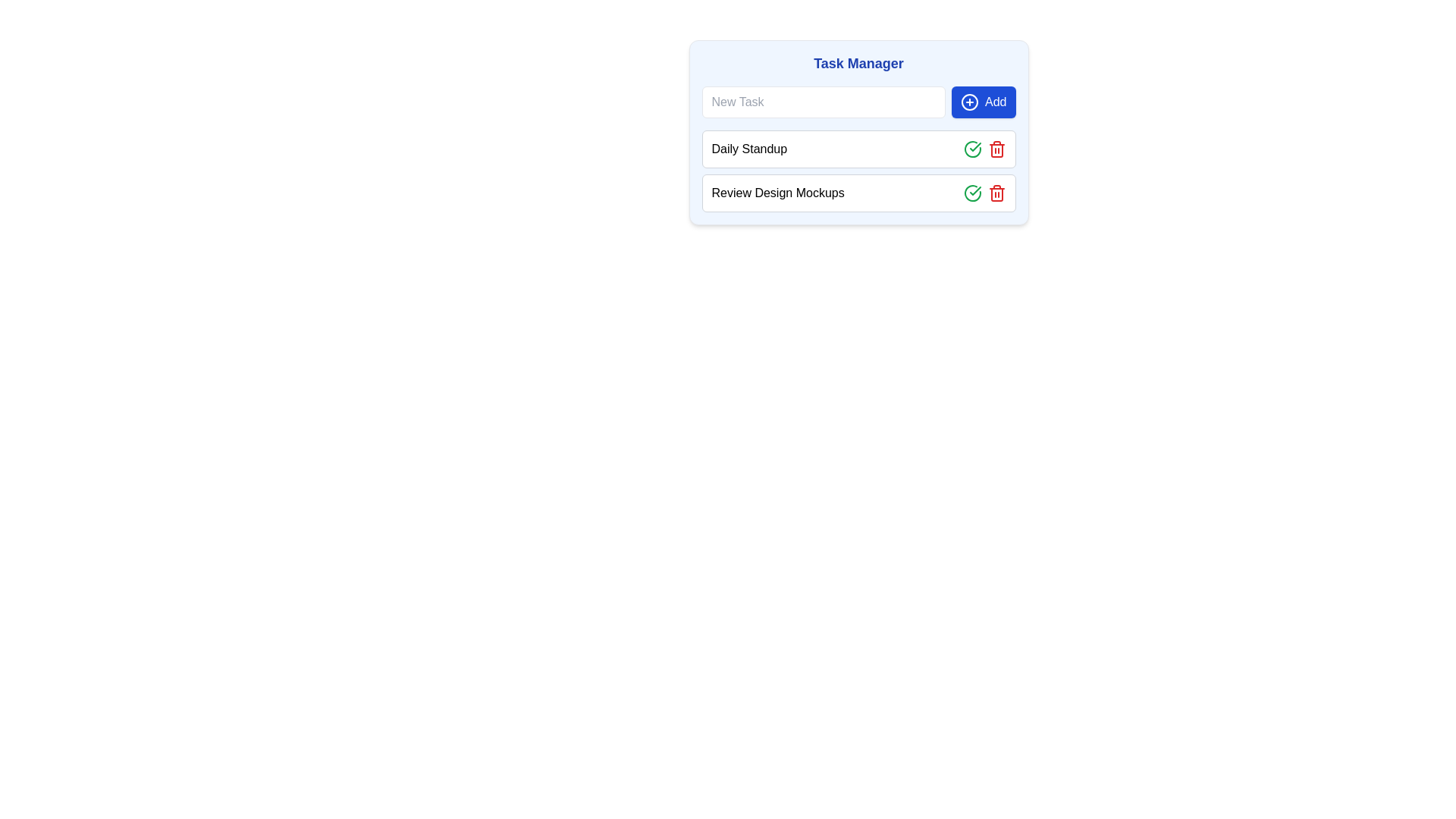 This screenshot has height=819, width=1456. I want to click on the green circular icon with a checkmark inside it, located in the 'Review Design Mockups' task row, to mark the task as complete, so click(972, 149).